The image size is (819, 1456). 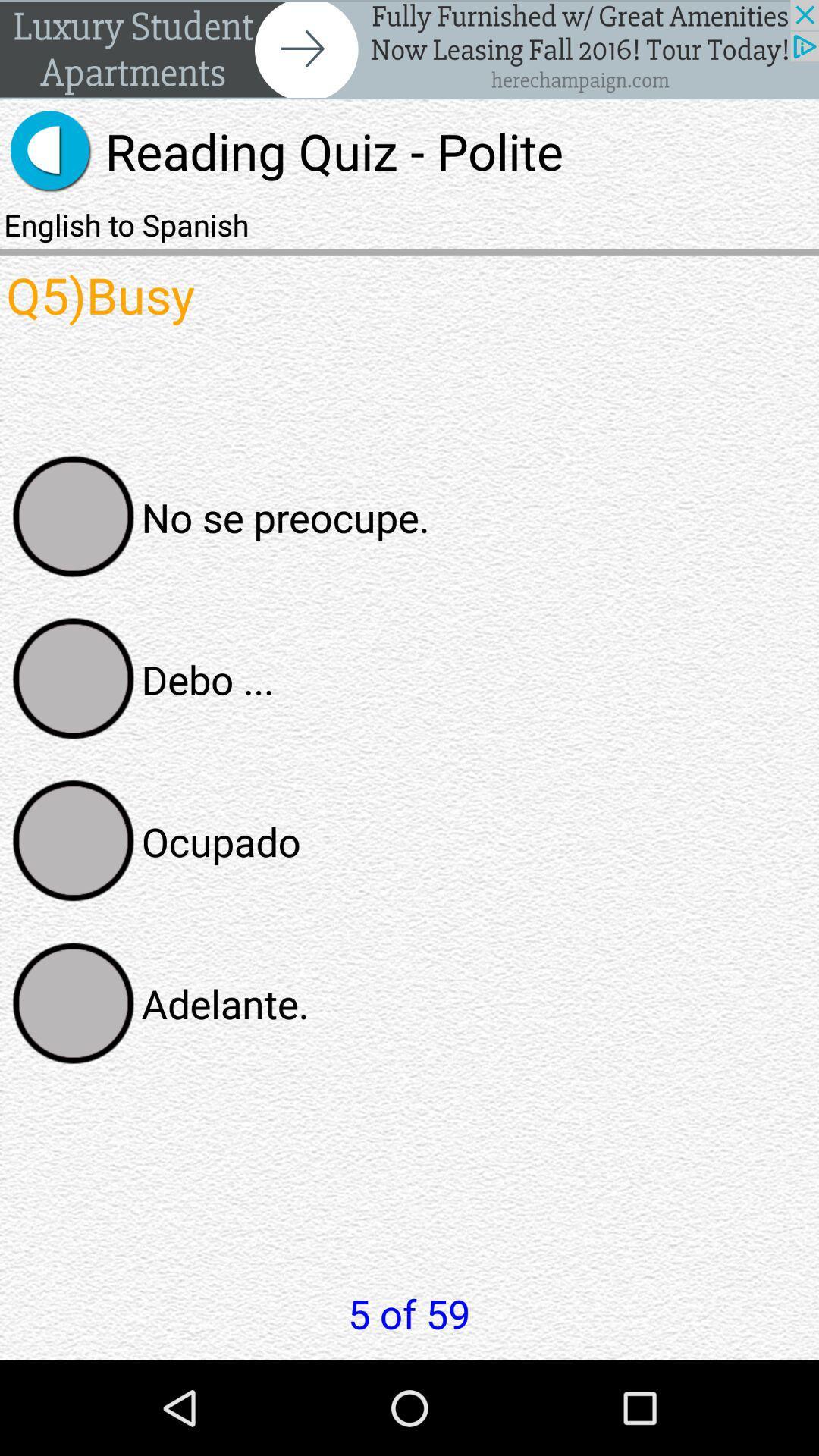 I want to click on option, so click(x=74, y=678).